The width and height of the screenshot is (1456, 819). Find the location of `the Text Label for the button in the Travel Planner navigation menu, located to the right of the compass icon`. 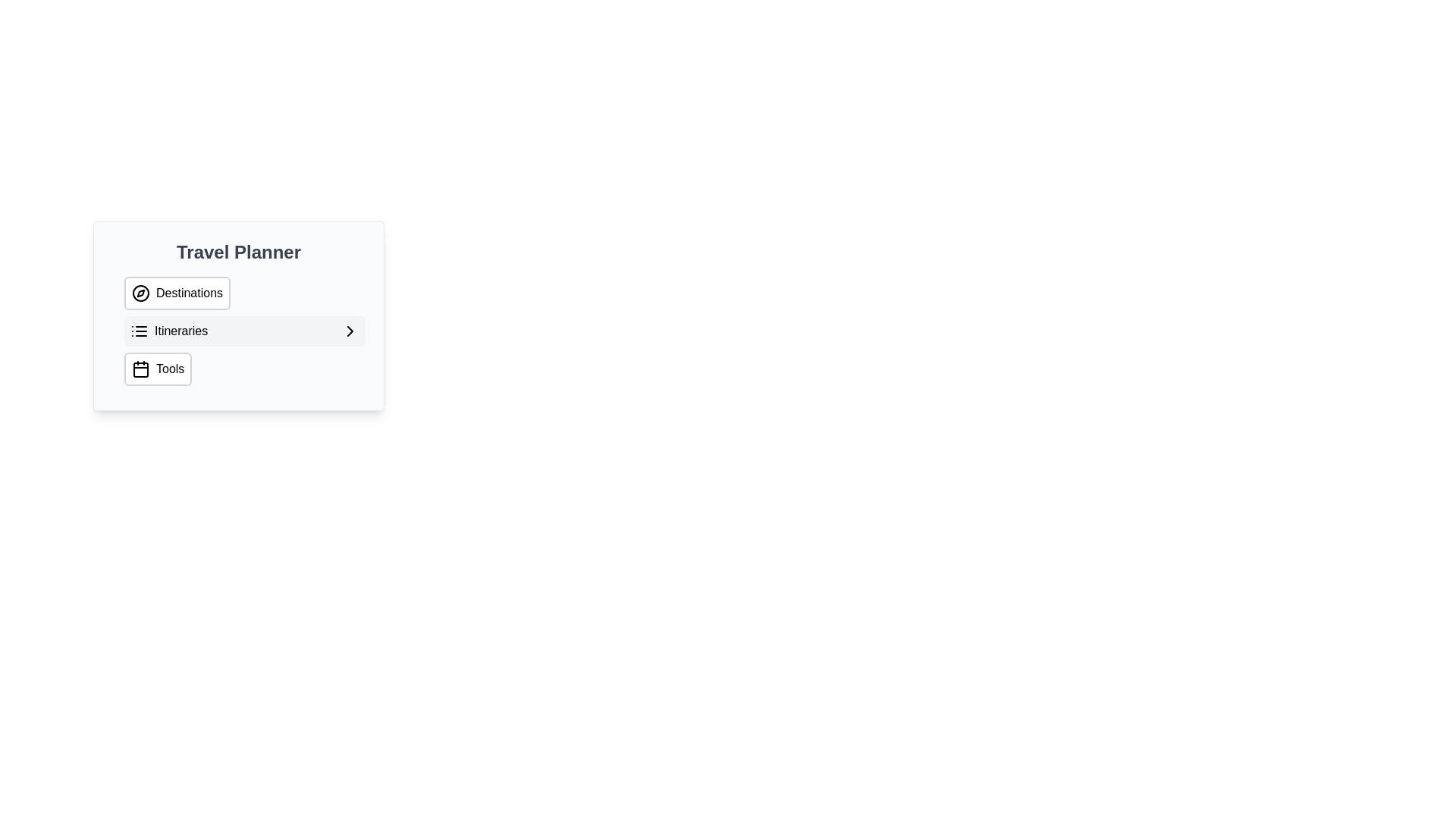

the Text Label for the button in the Travel Planner navigation menu, located to the right of the compass icon is located at coordinates (188, 293).